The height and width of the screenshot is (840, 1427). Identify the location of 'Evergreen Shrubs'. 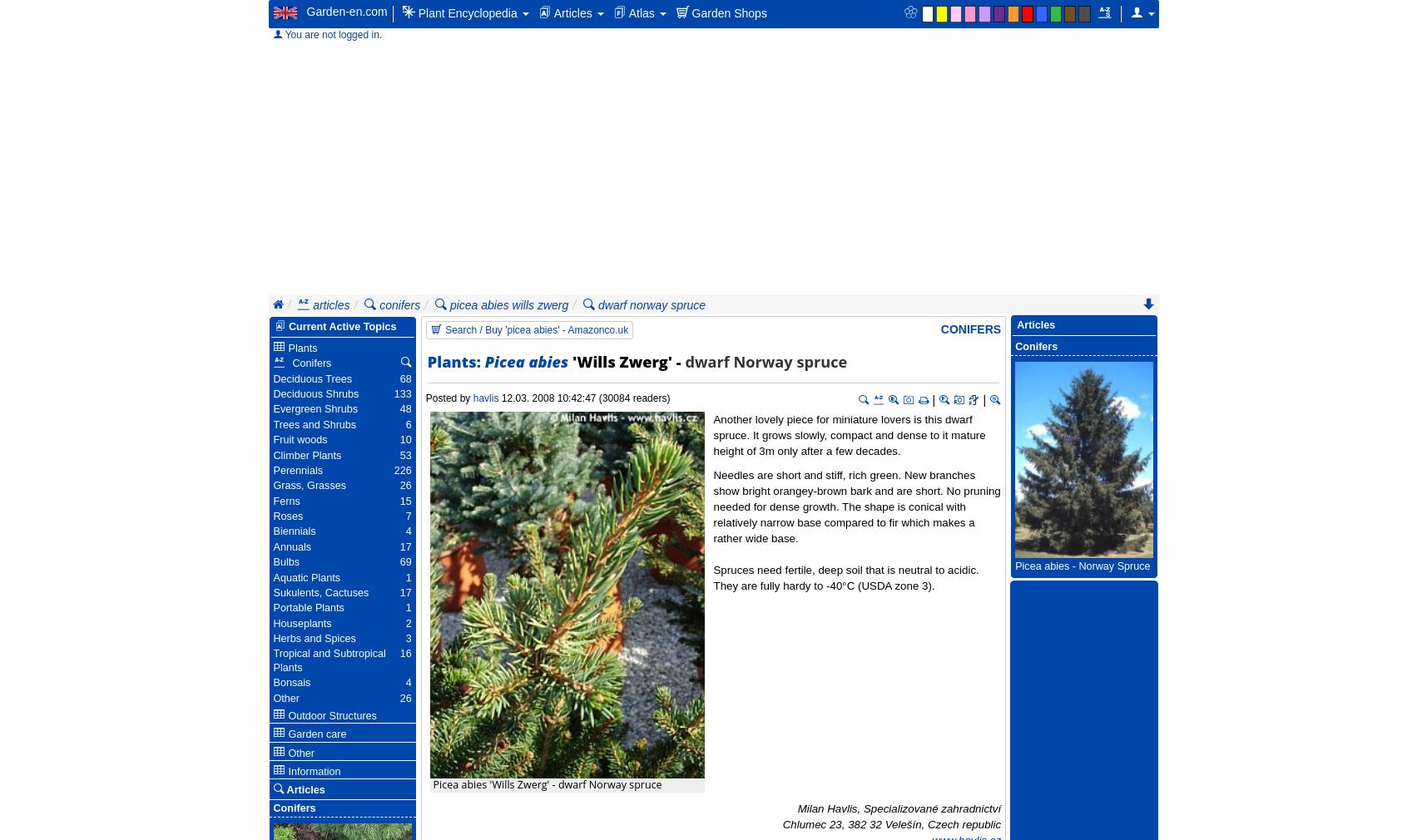
(315, 408).